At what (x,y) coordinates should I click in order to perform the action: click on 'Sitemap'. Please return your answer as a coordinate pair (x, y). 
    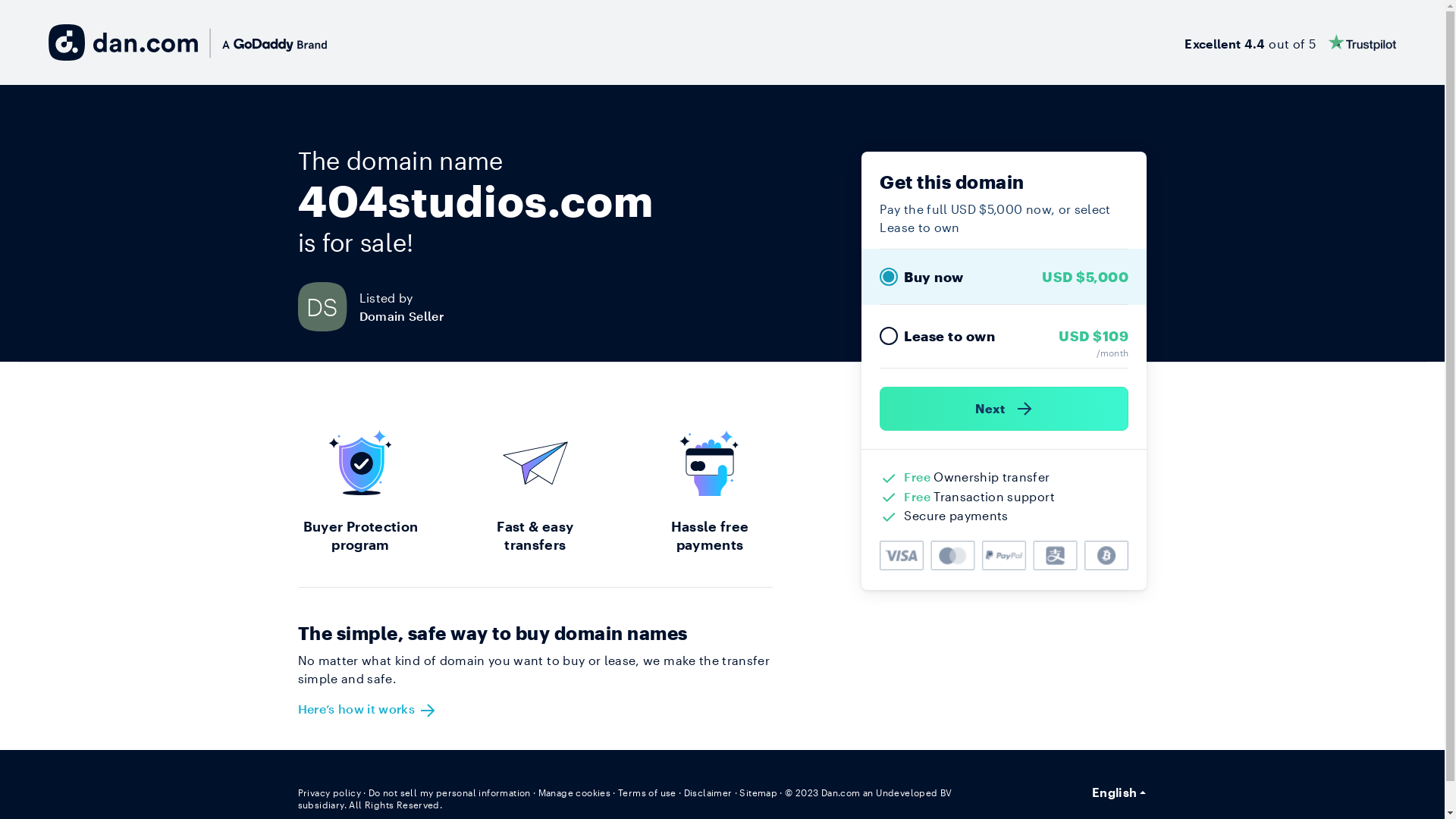
    Looking at the image, I should click on (758, 792).